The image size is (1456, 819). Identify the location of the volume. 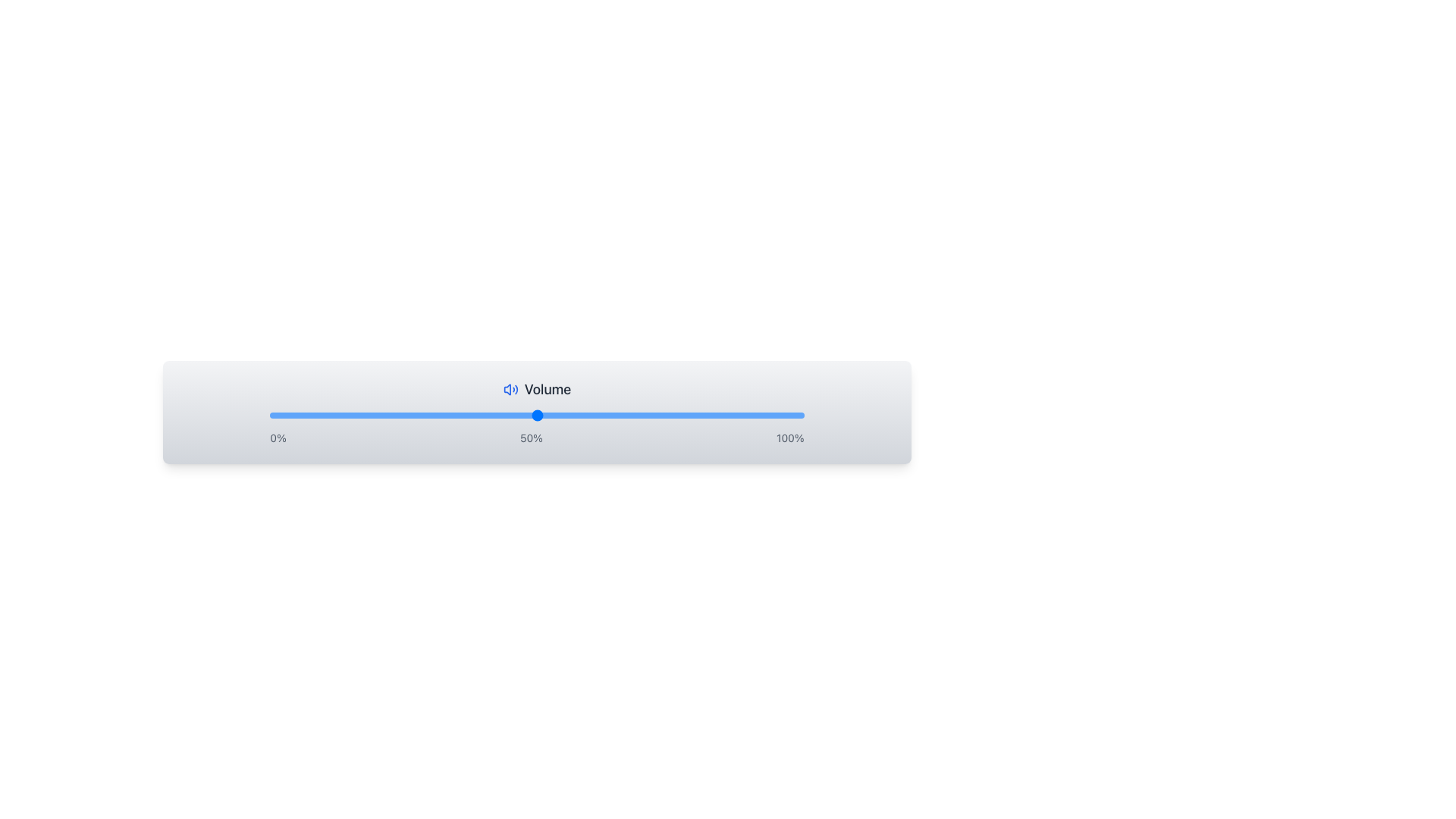
(414, 415).